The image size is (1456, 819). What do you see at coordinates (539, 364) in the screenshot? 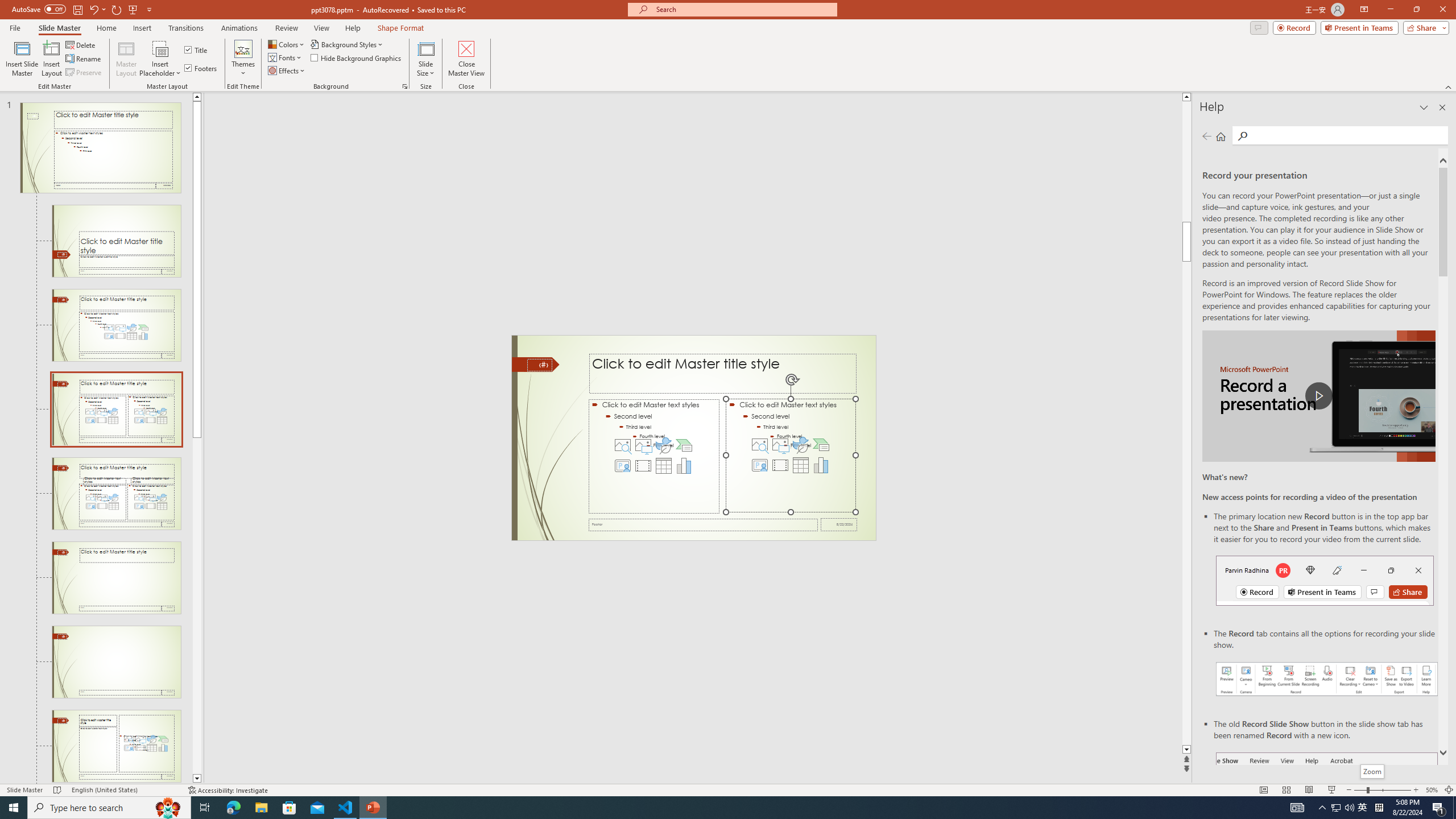
I see `'Slide Number'` at bounding box center [539, 364].